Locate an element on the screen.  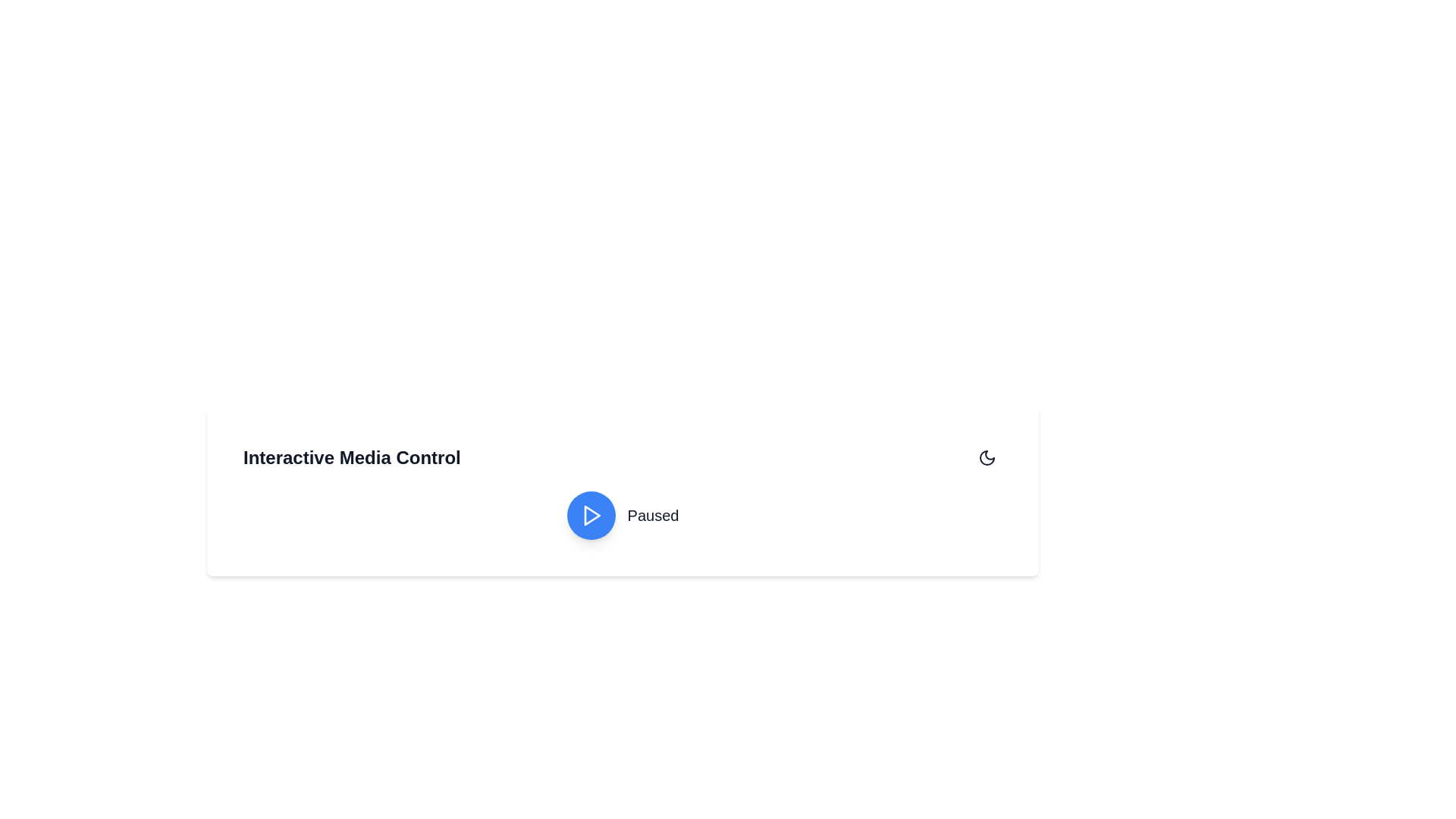
the night mode toggle icon located in the top-right corner of the interactive media card is located at coordinates (987, 457).